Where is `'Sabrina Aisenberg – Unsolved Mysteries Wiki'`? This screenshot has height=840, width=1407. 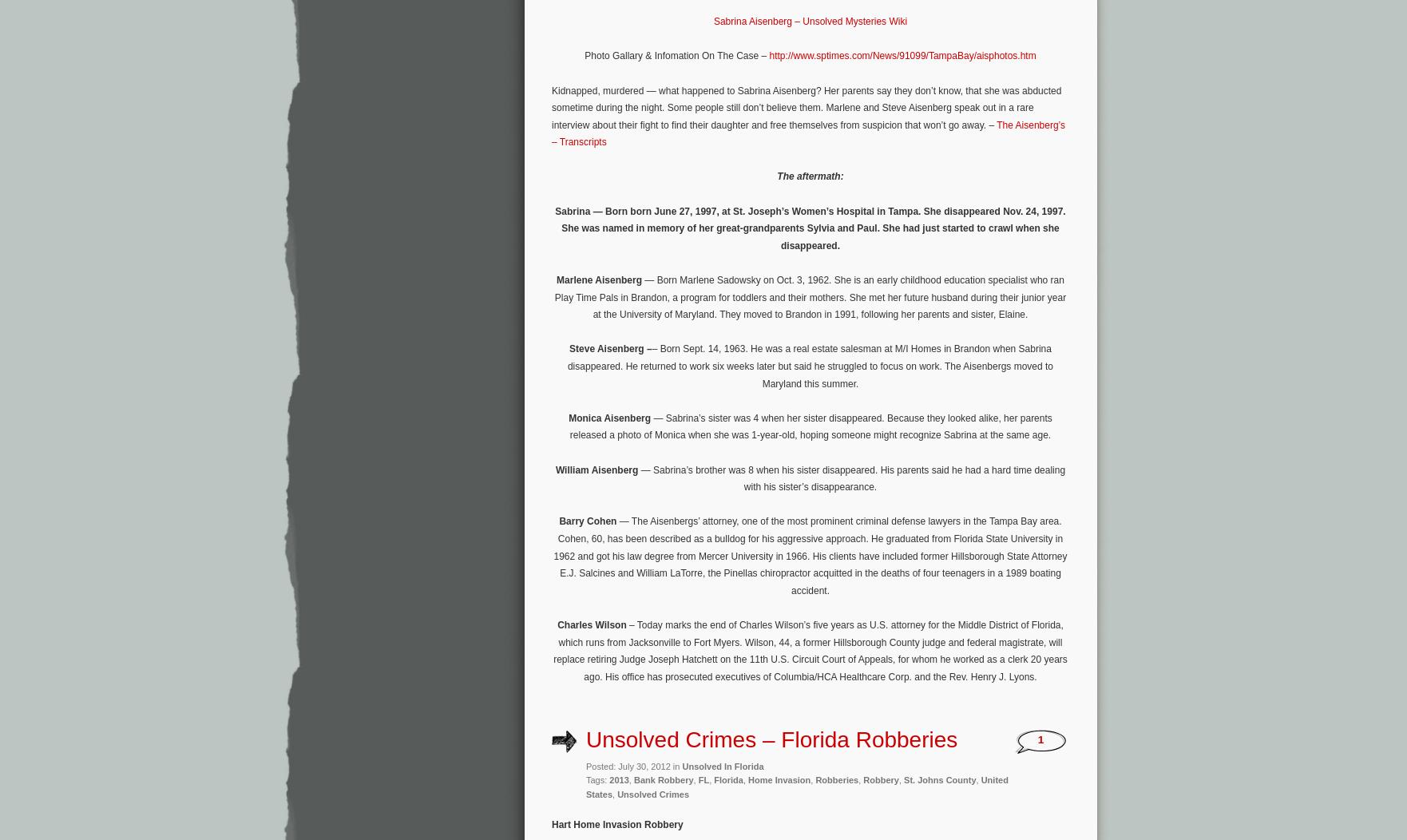
'Sabrina Aisenberg – Unsolved Mysteries Wiki' is located at coordinates (712, 22).